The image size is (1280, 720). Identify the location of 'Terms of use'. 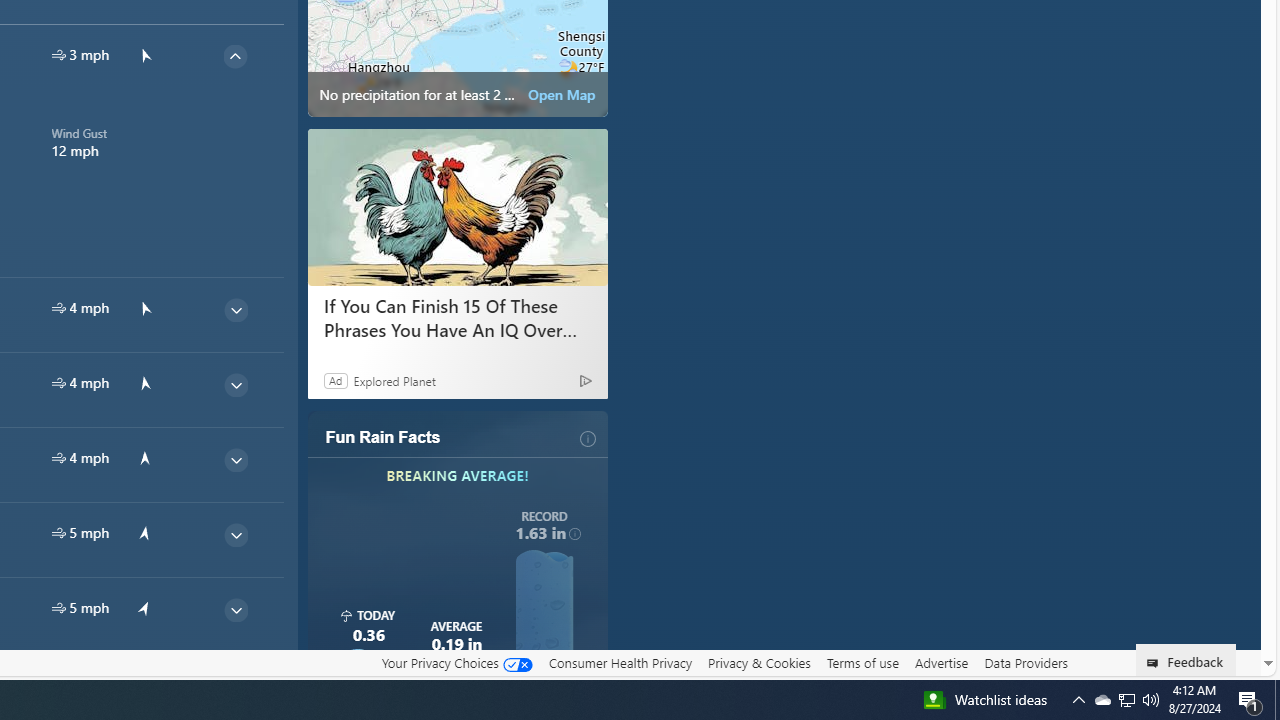
(862, 663).